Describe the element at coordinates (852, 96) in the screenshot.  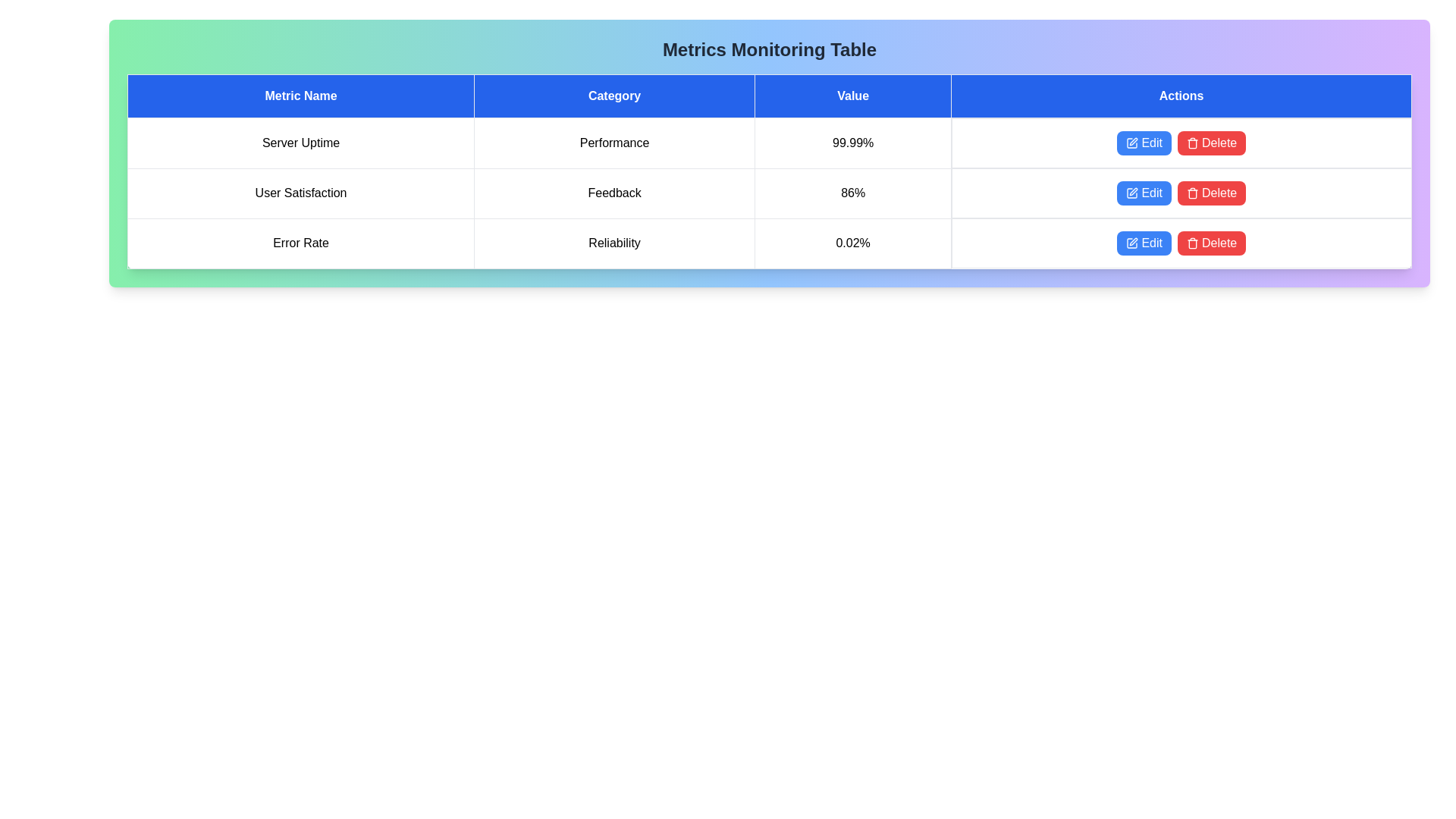
I see `the table header Value to sort or interact with it` at that location.